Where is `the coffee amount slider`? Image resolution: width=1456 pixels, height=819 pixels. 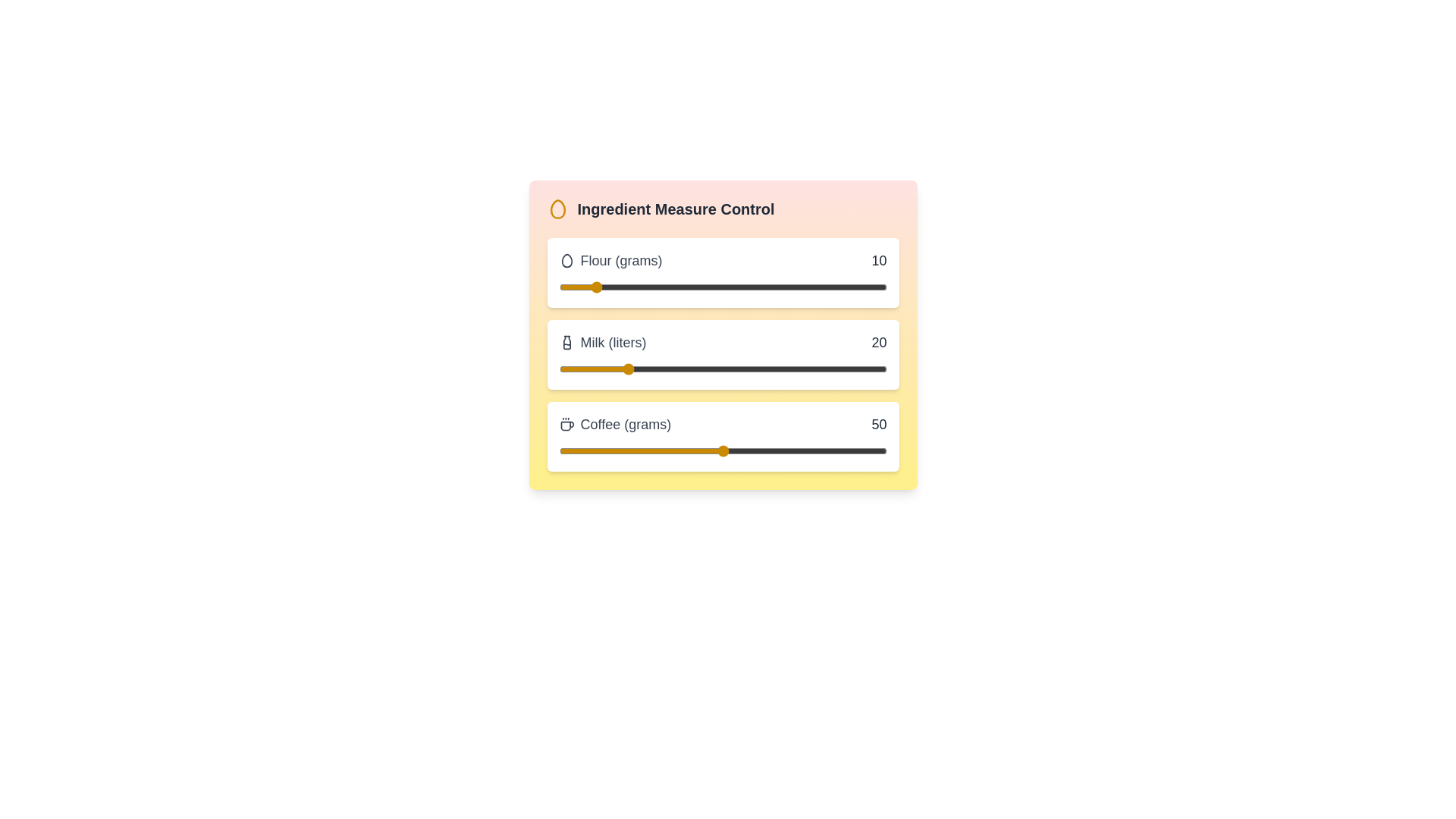
the coffee amount slider is located at coordinates (618, 450).